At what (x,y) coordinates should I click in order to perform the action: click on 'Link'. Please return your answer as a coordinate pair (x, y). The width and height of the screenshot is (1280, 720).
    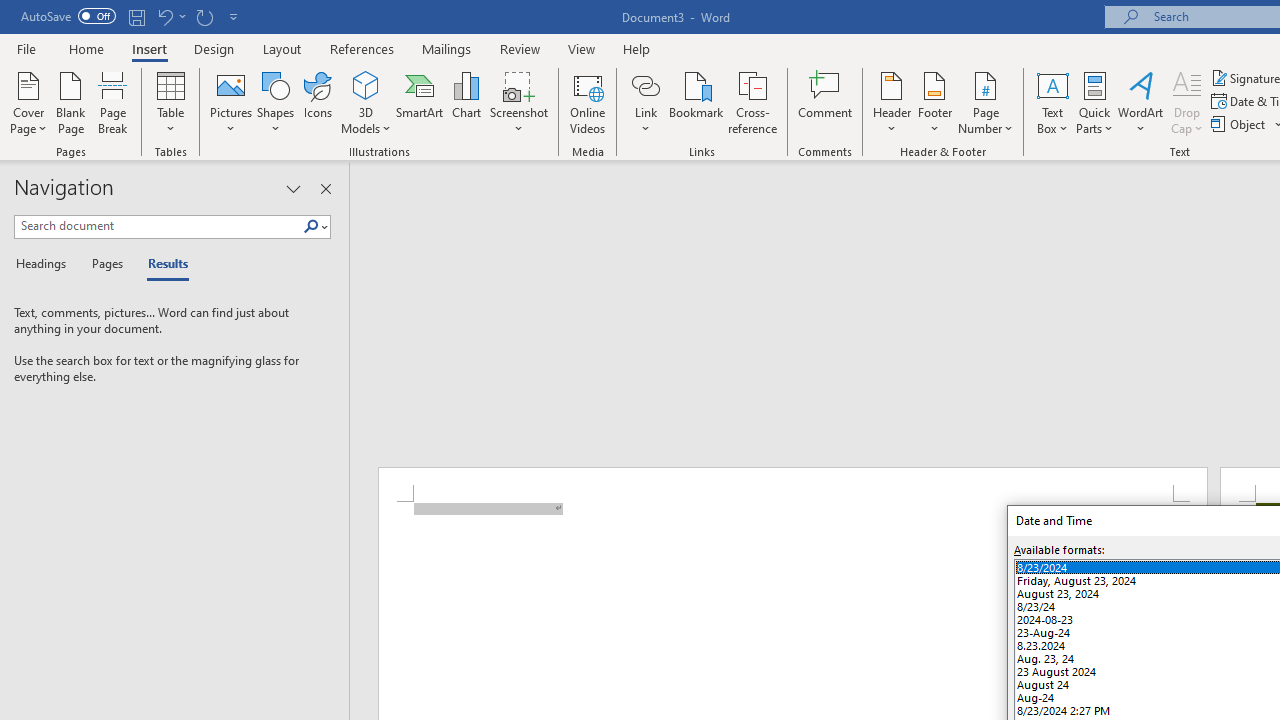
    Looking at the image, I should click on (645, 103).